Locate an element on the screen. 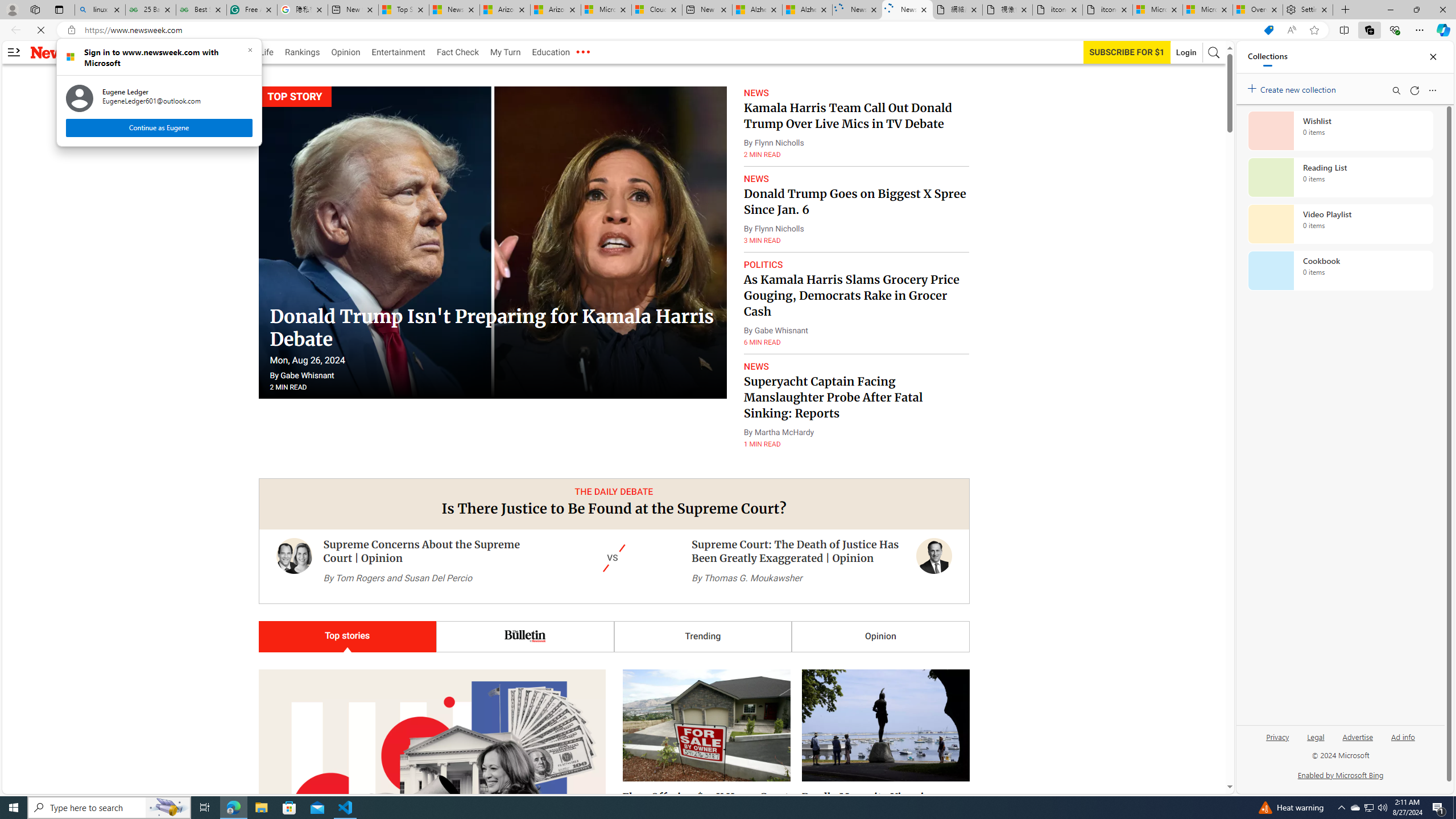 The width and height of the screenshot is (1456, 819). 'My Turn' is located at coordinates (505, 52).